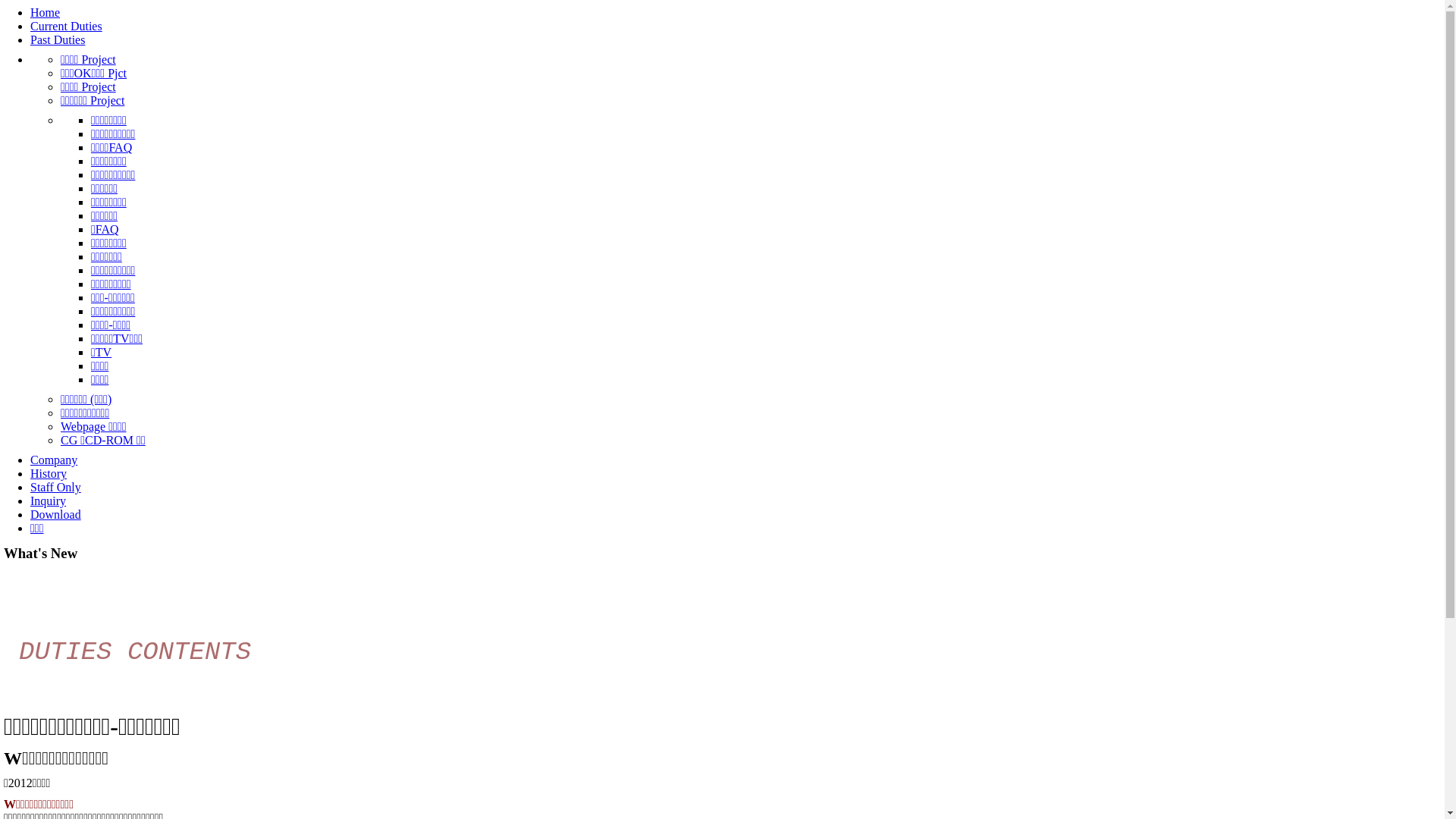 This screenshot has width=1456, height=819. Describe the element at coordinates (45, 12) in the screenshot. I see `'Home'` at that location.